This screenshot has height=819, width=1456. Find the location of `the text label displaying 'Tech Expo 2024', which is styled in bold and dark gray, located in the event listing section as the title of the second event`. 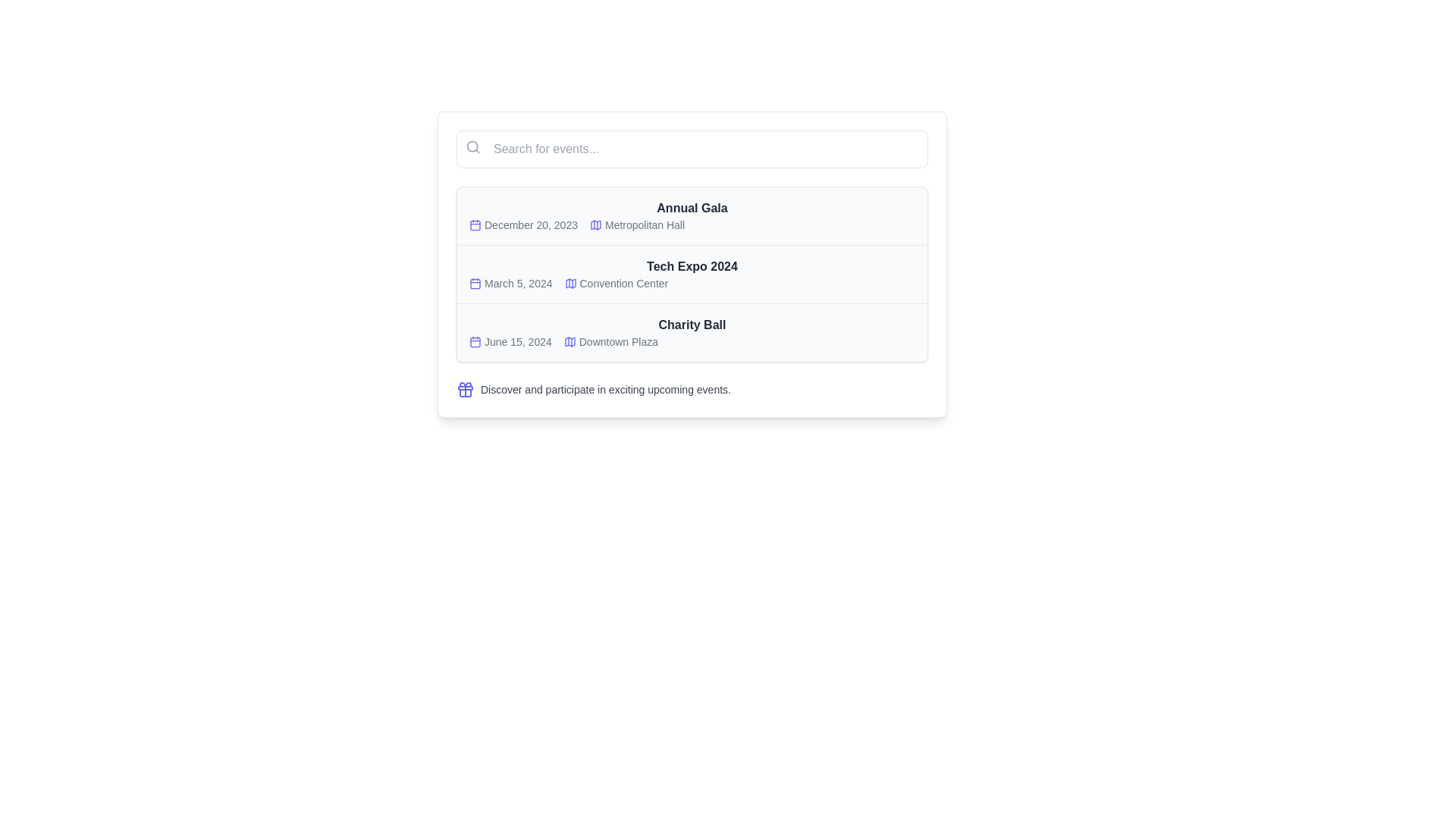

the text label displaying 'Tech Expo 2024', which is styled in bold and dark gray, located in the event listing section as the title of the second event is located at coordinates (691, 265).